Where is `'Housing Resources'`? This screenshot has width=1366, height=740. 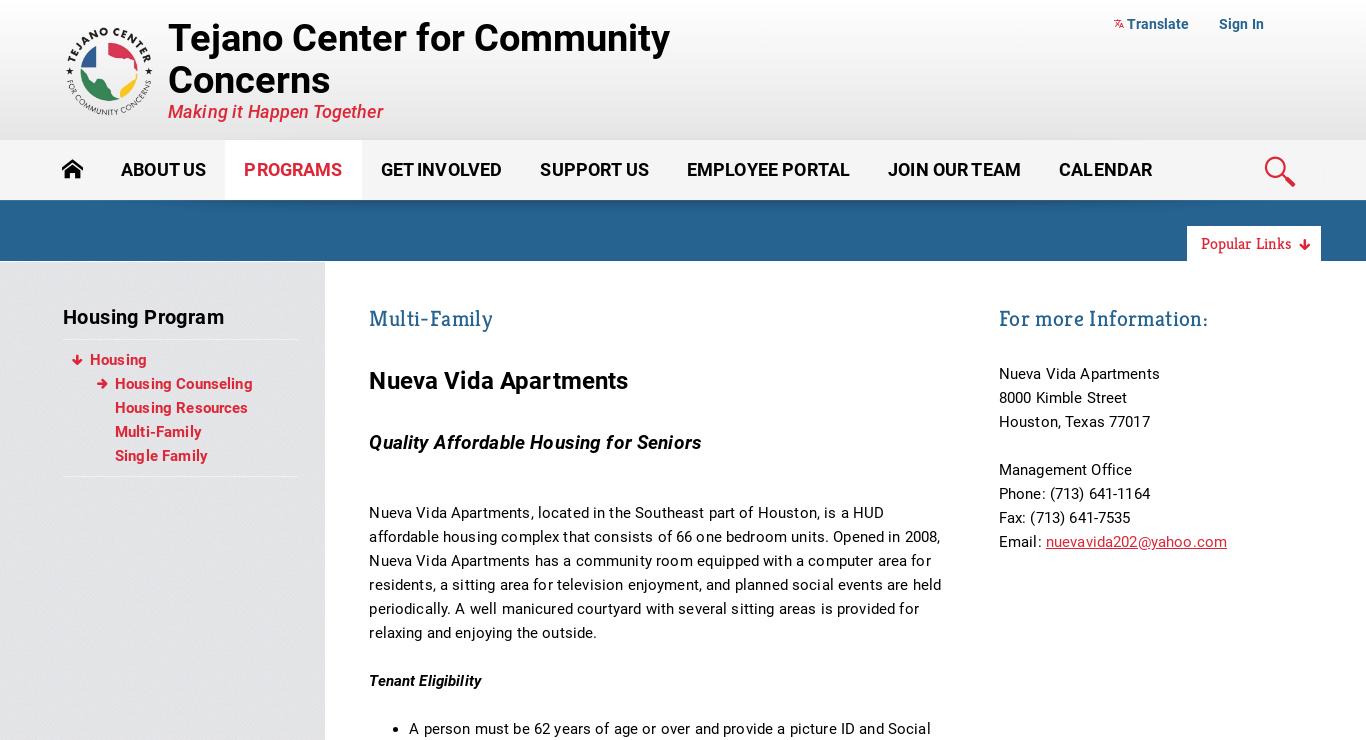 'Housing Resources' is located at coordinates (114, 408).